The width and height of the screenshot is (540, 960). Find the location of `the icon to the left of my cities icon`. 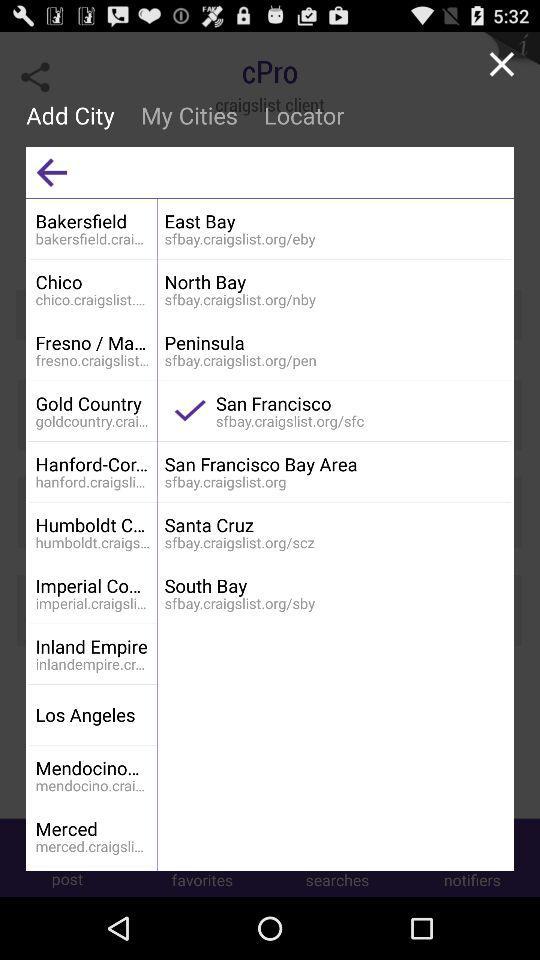

the icon to the left of my cities icon is located at coordinates (76, 115).